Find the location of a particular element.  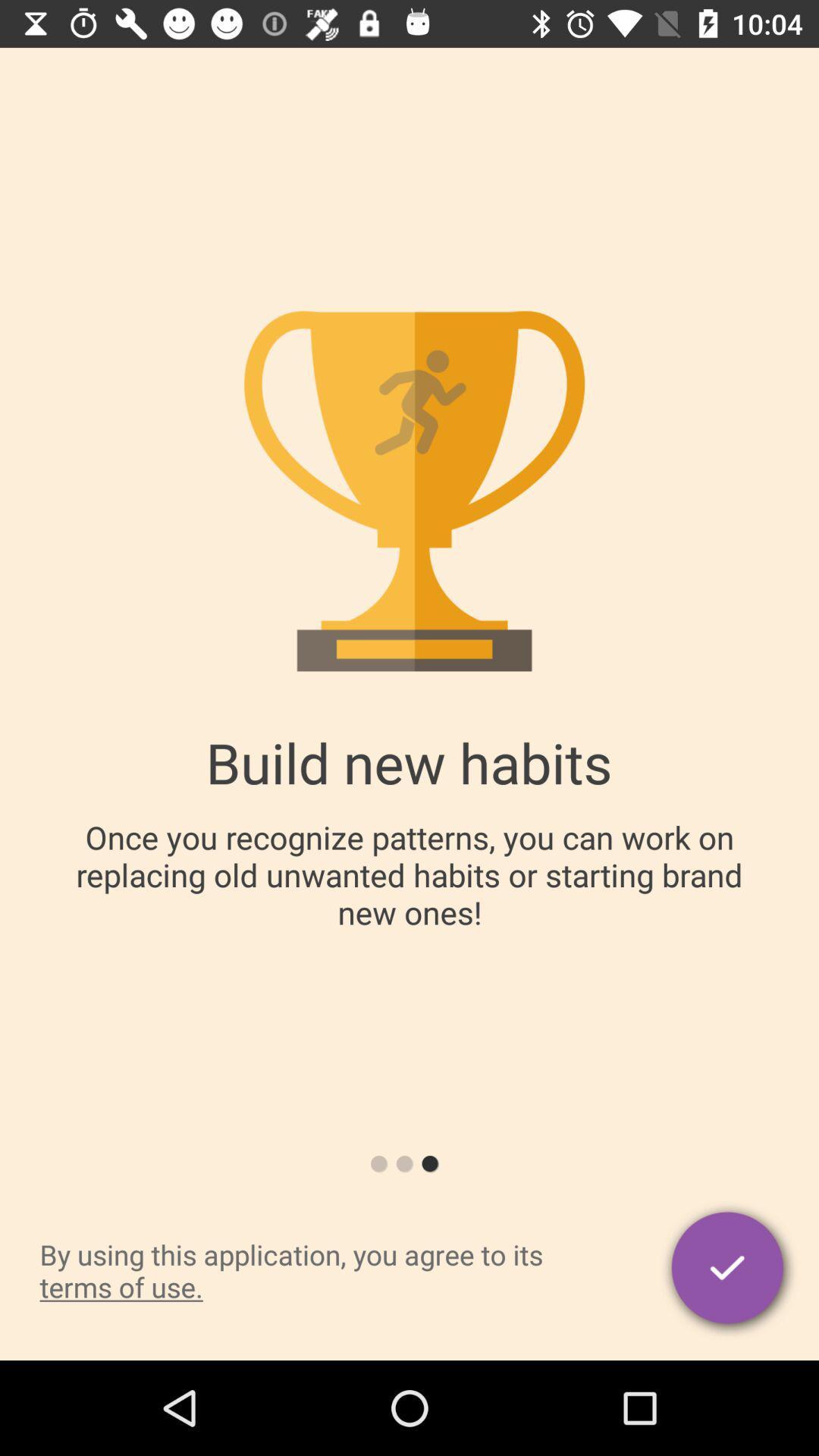

icon below the once you recognize icon is located at coordinates (728, 1270).